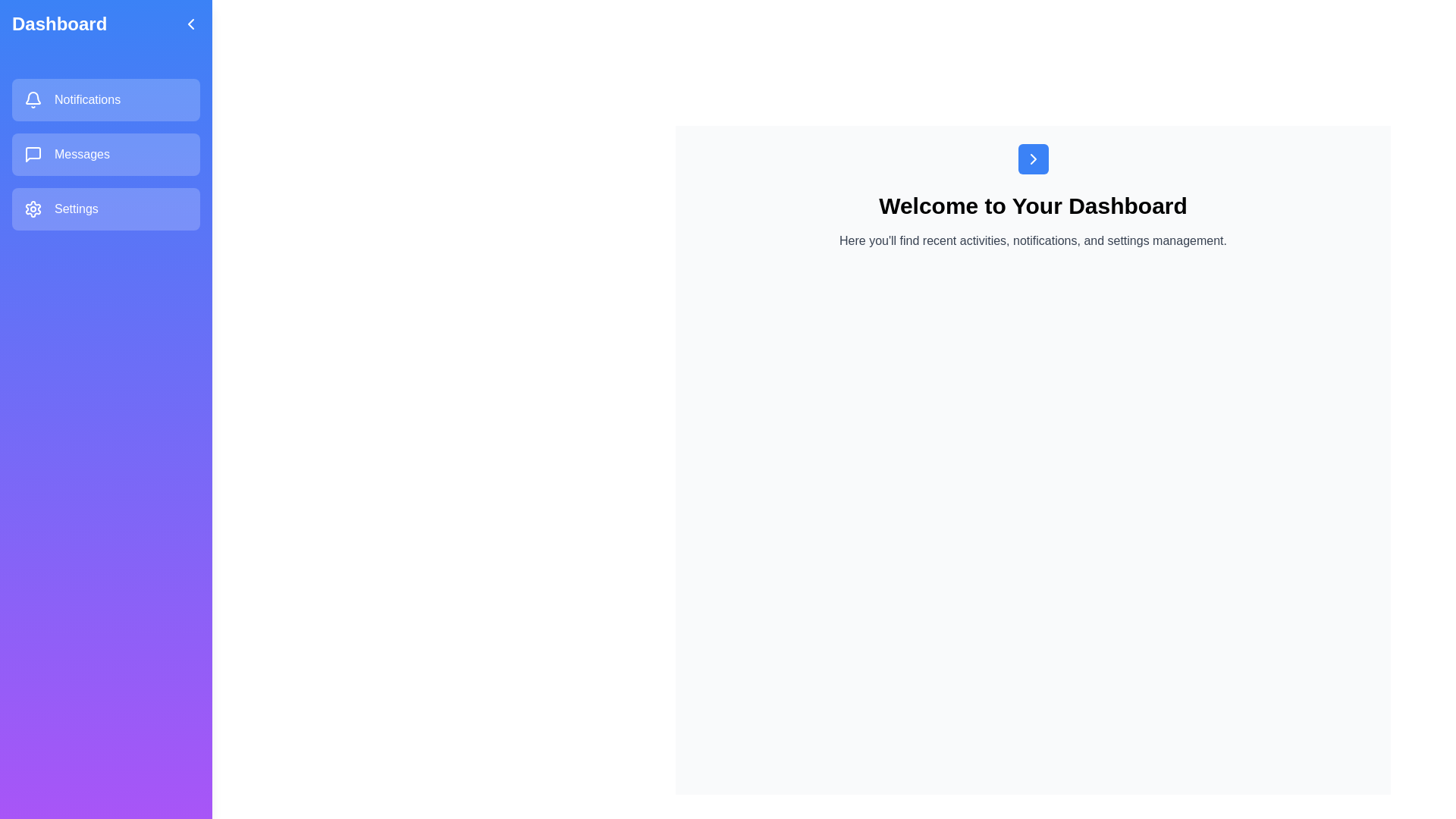  Describe the element at coordinates (105, 99) in the screenshot. I see `the menu option Notifications from the sidebar` at that location.